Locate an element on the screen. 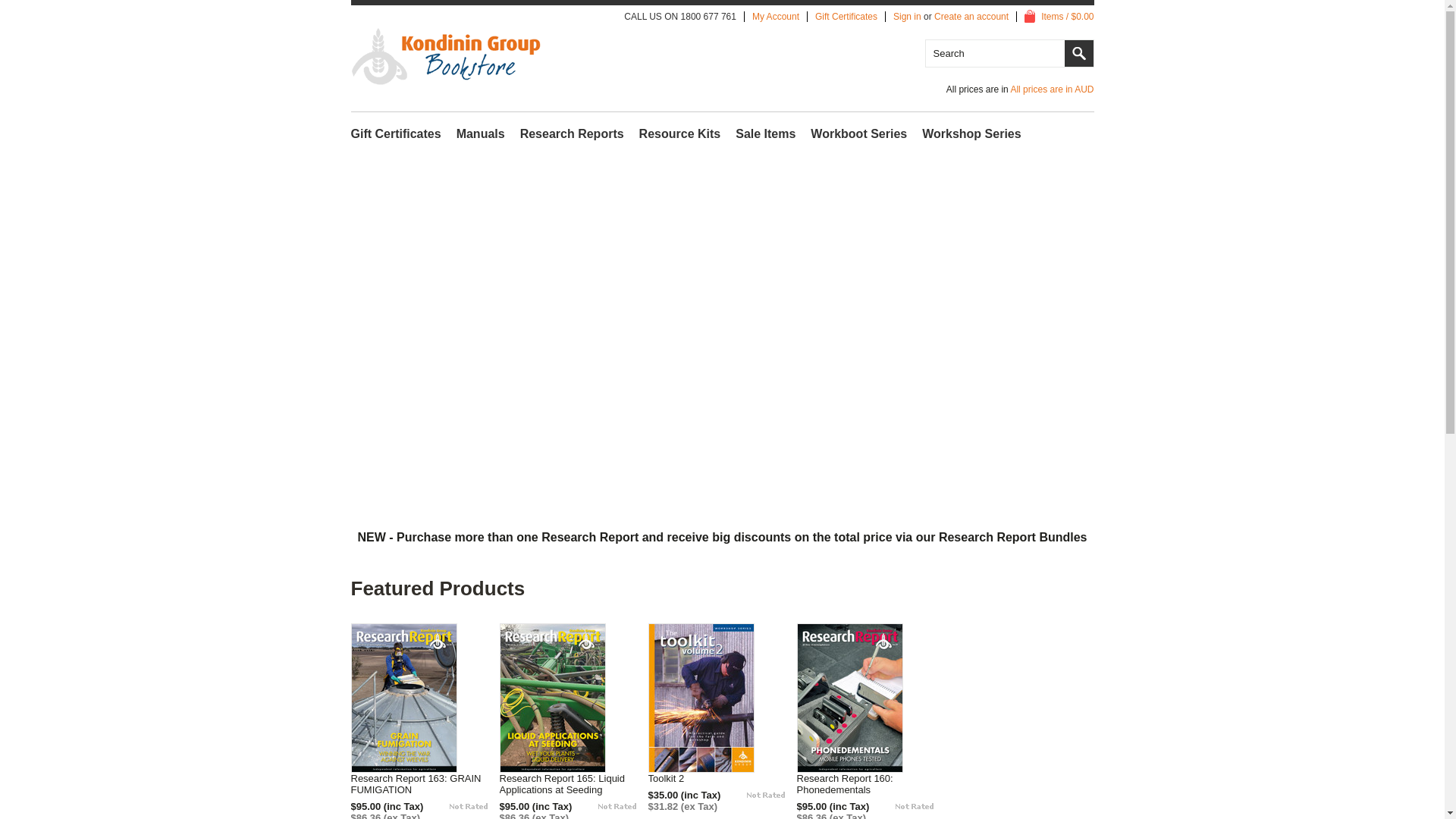 The image size is (1456, 819). 'Research Report 163: GRAIN FUMIGATION' is located at coordinates (349, 783).